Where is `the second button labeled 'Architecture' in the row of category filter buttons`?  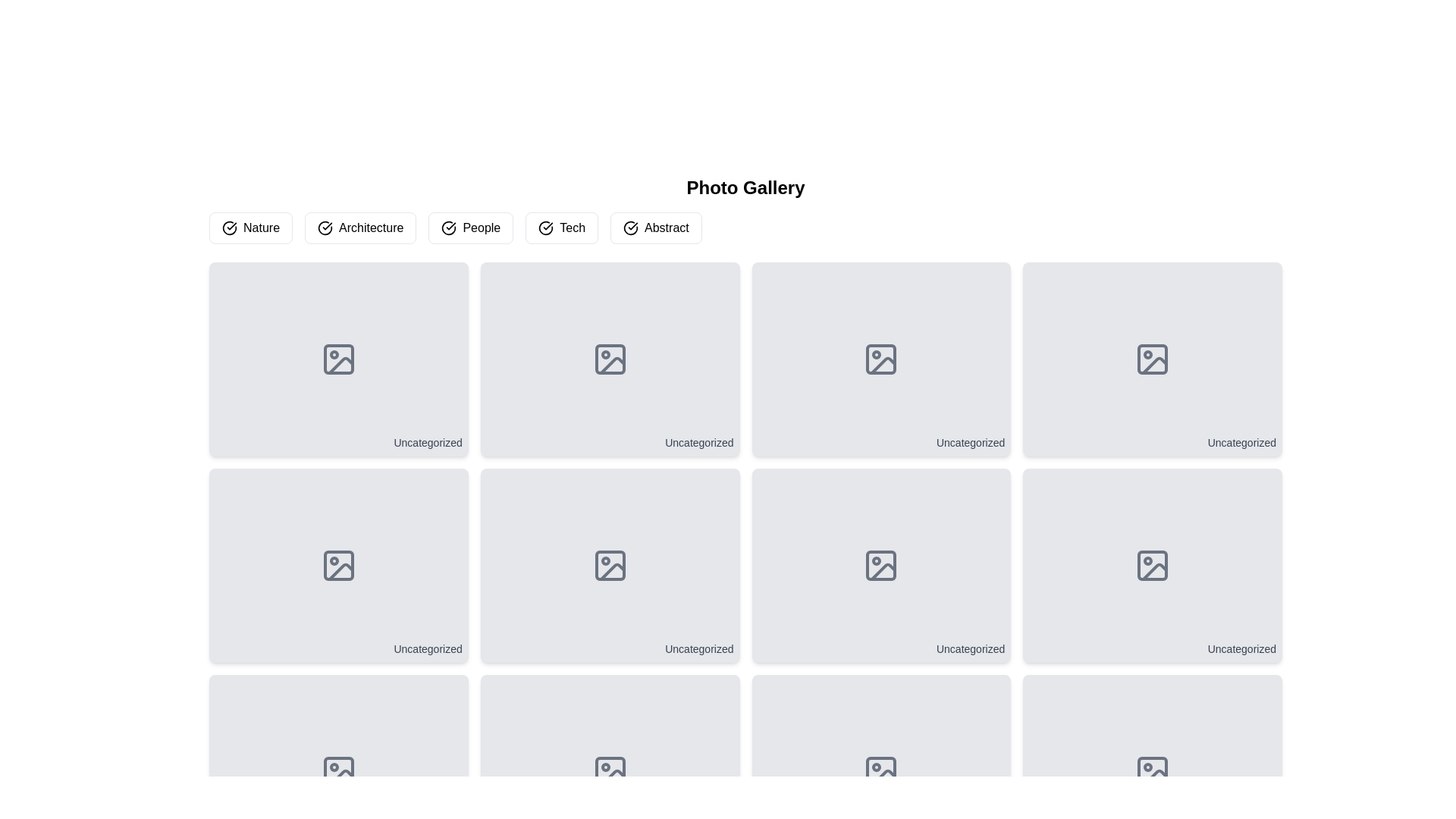 the second button labeled 'Architecture' in the row of category filter buttons is located at coordinates (359, 227).